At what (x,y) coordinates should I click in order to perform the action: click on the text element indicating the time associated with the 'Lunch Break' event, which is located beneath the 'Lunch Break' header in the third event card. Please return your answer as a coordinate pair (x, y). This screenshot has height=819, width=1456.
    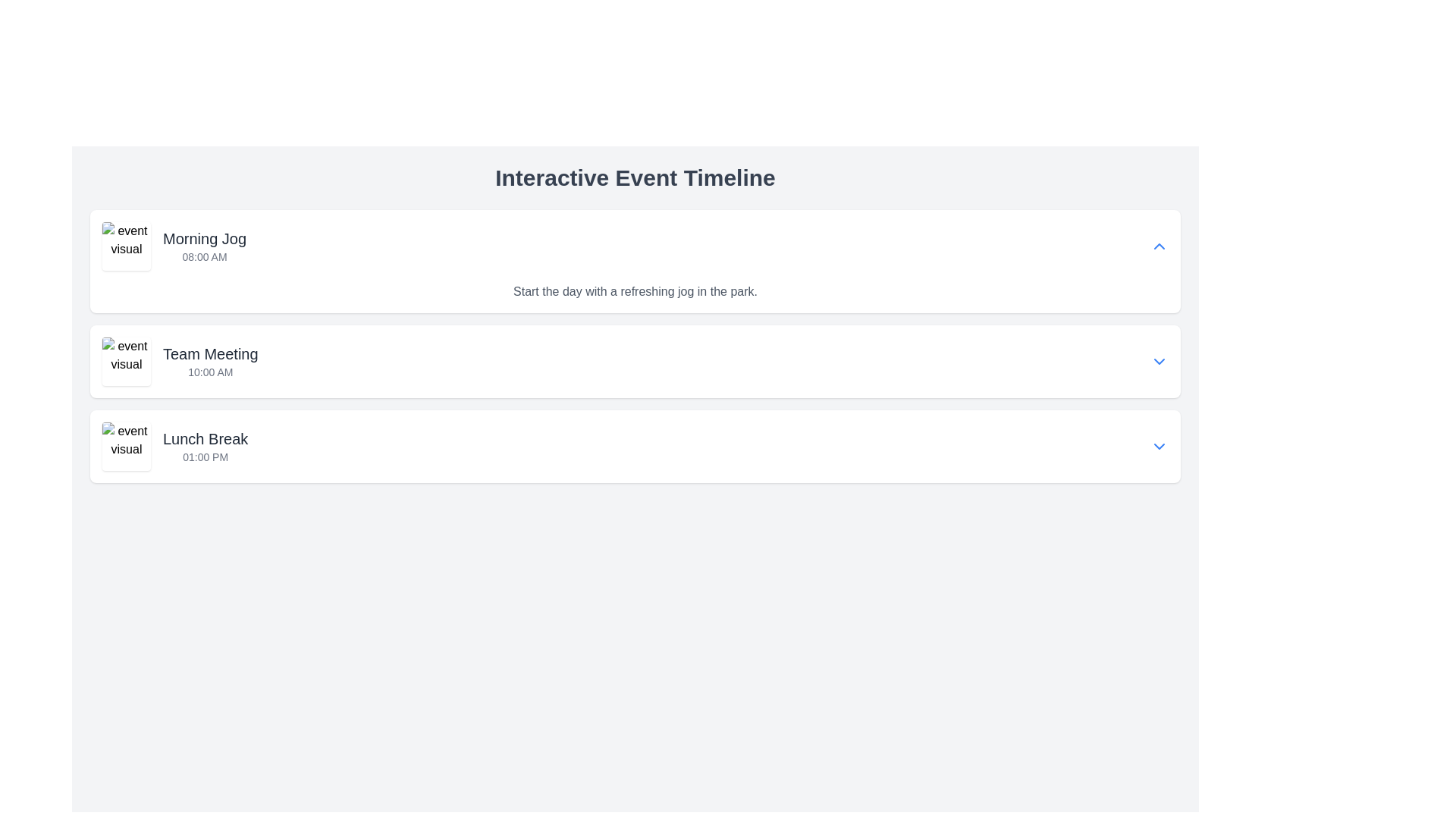
    Looking at the image, I should click on (205, 456).